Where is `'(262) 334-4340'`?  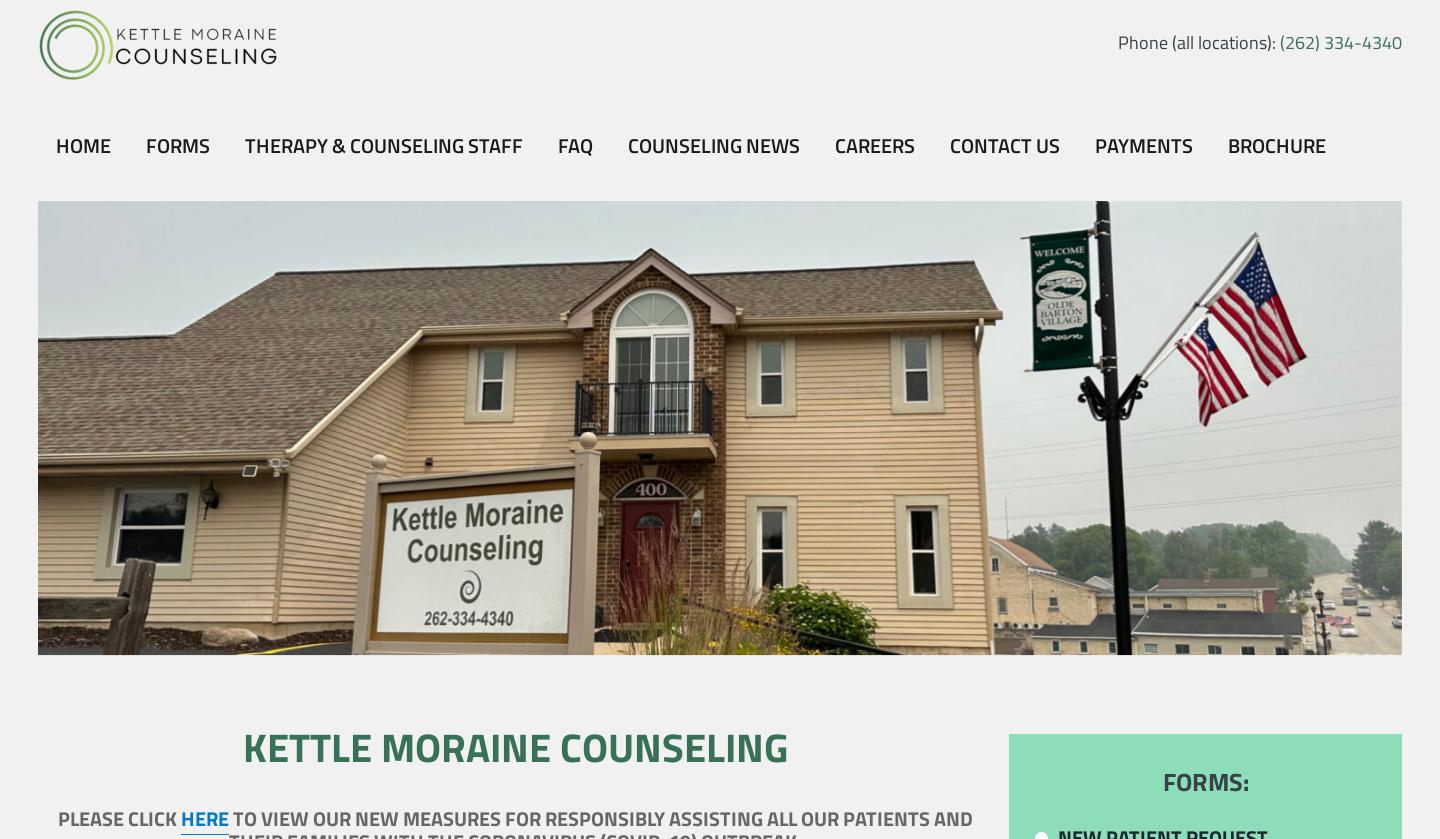
'(262) 334-4340' is located at coordinates (1339, 42).